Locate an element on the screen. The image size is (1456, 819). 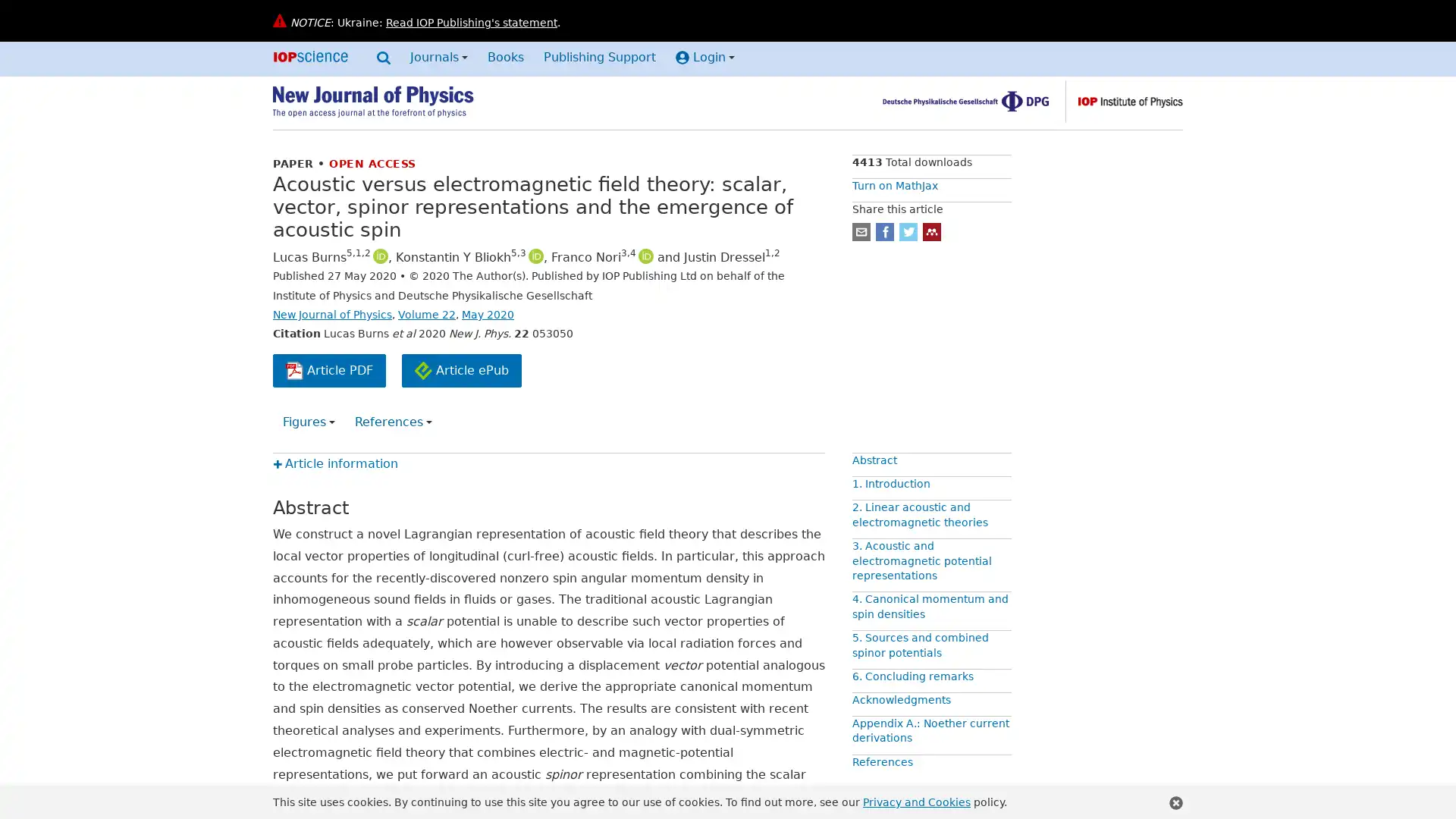
Search is located at coordinates (383, 60).